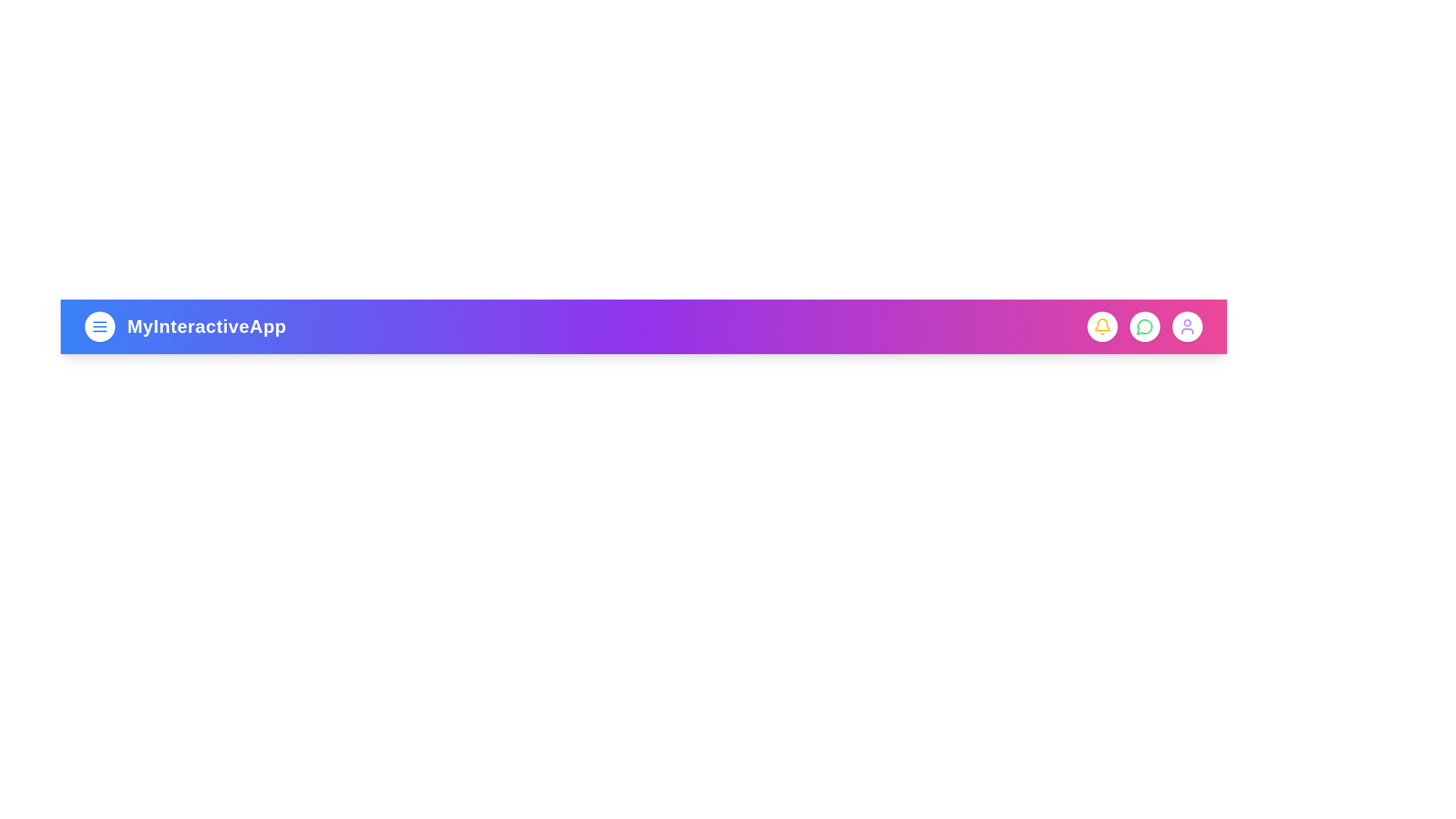 This screenshot has width=1456, height=819. Describe the element at coordinates (99, 326) in the screenshot. I see `the menu button to toggle the menu` at that location.